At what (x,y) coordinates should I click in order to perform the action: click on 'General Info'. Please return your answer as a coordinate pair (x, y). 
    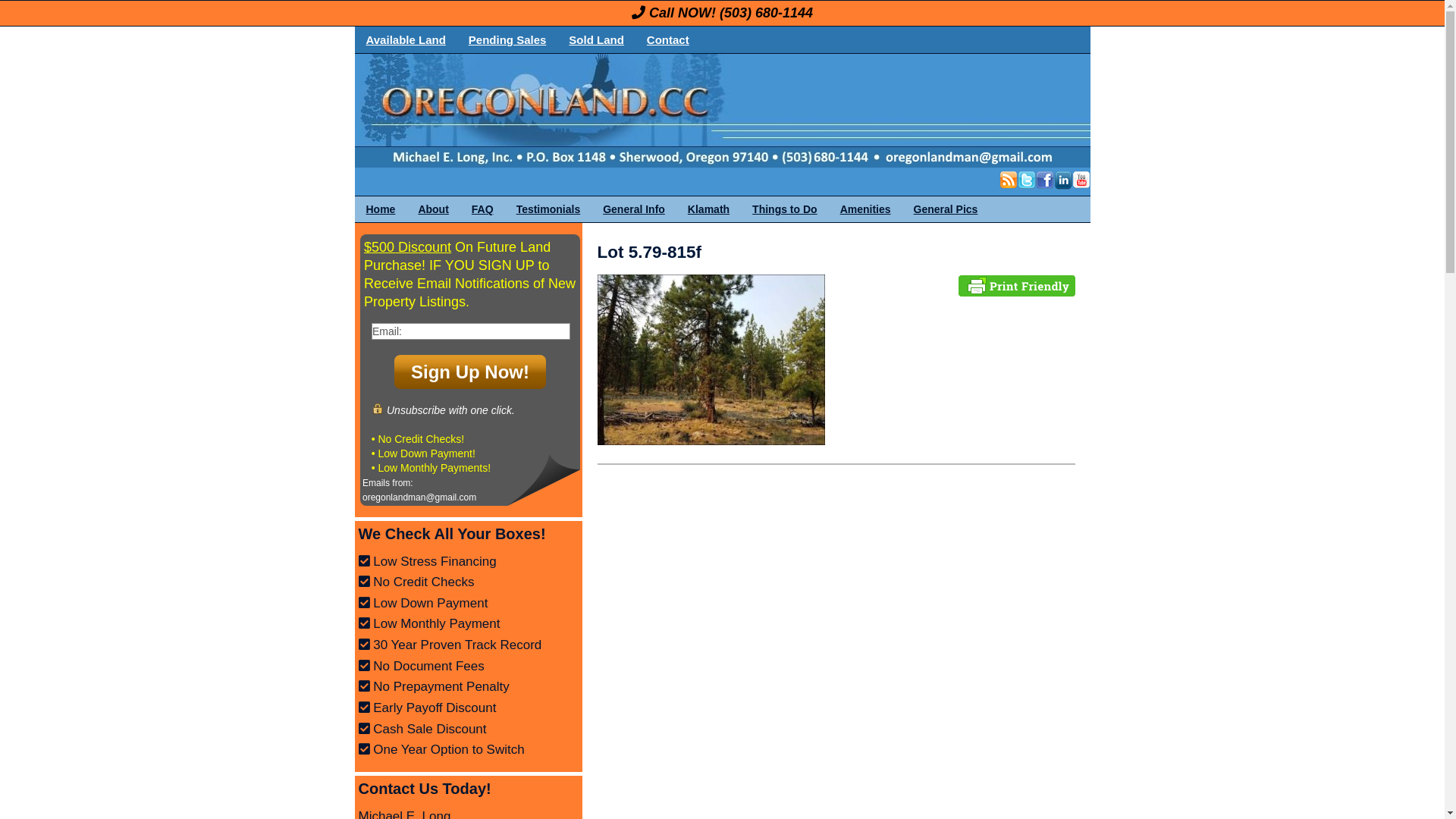
    Looking at the image, I should click on (633, 209).